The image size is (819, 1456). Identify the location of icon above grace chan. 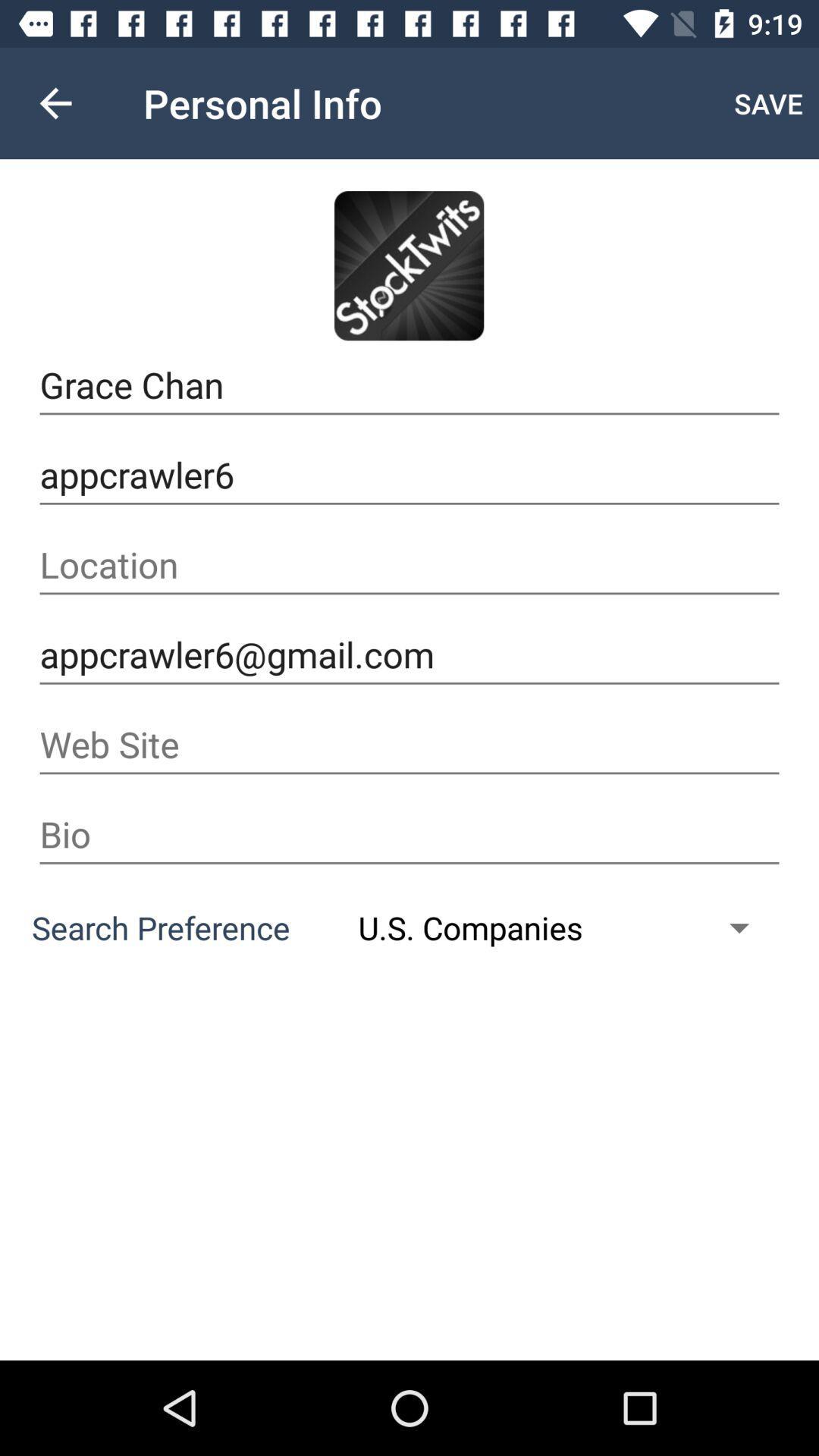
(55, 102).